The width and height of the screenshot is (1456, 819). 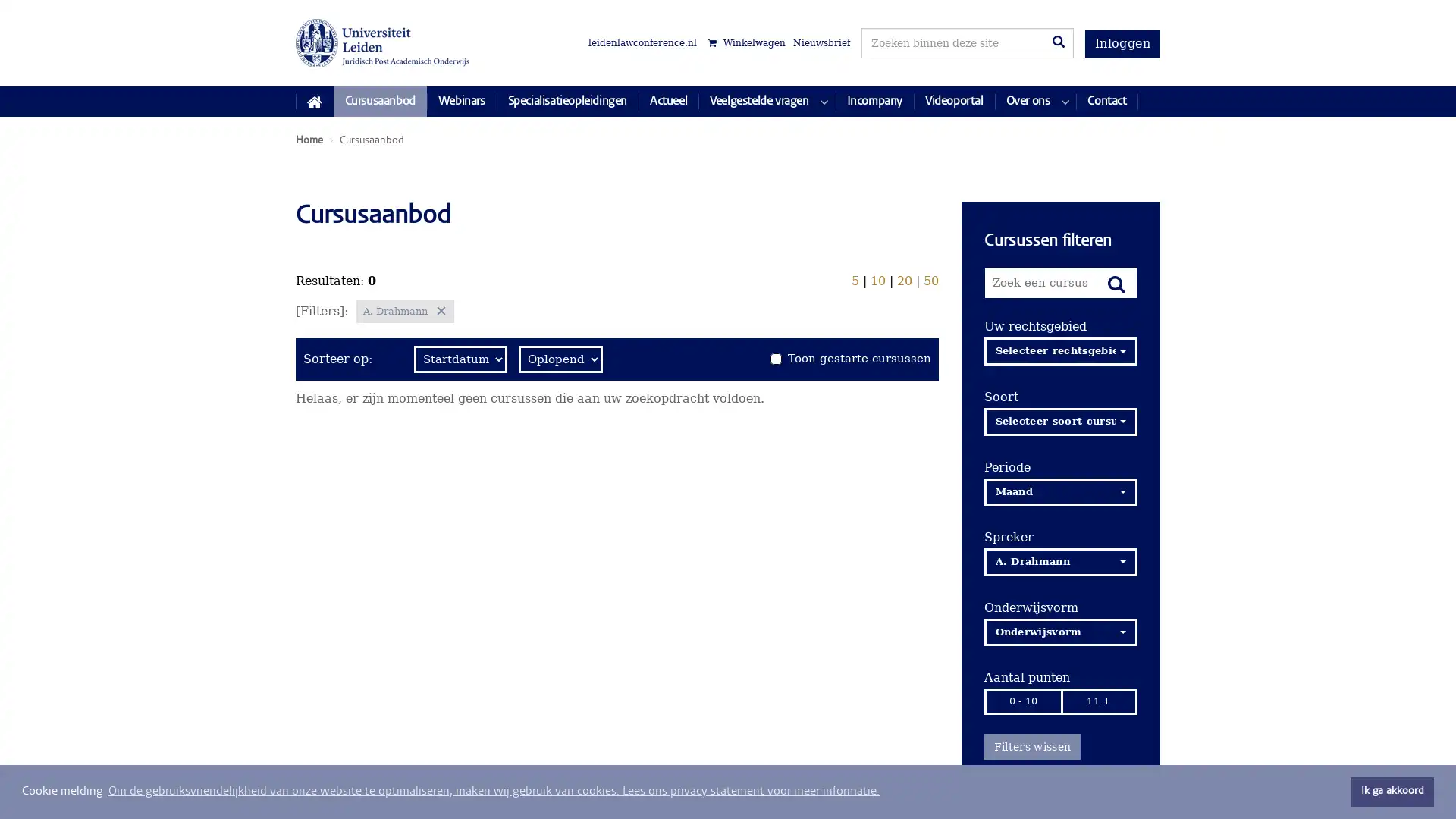 I want to click on Selecteer soort cursus, so click(x=1059, y=421).